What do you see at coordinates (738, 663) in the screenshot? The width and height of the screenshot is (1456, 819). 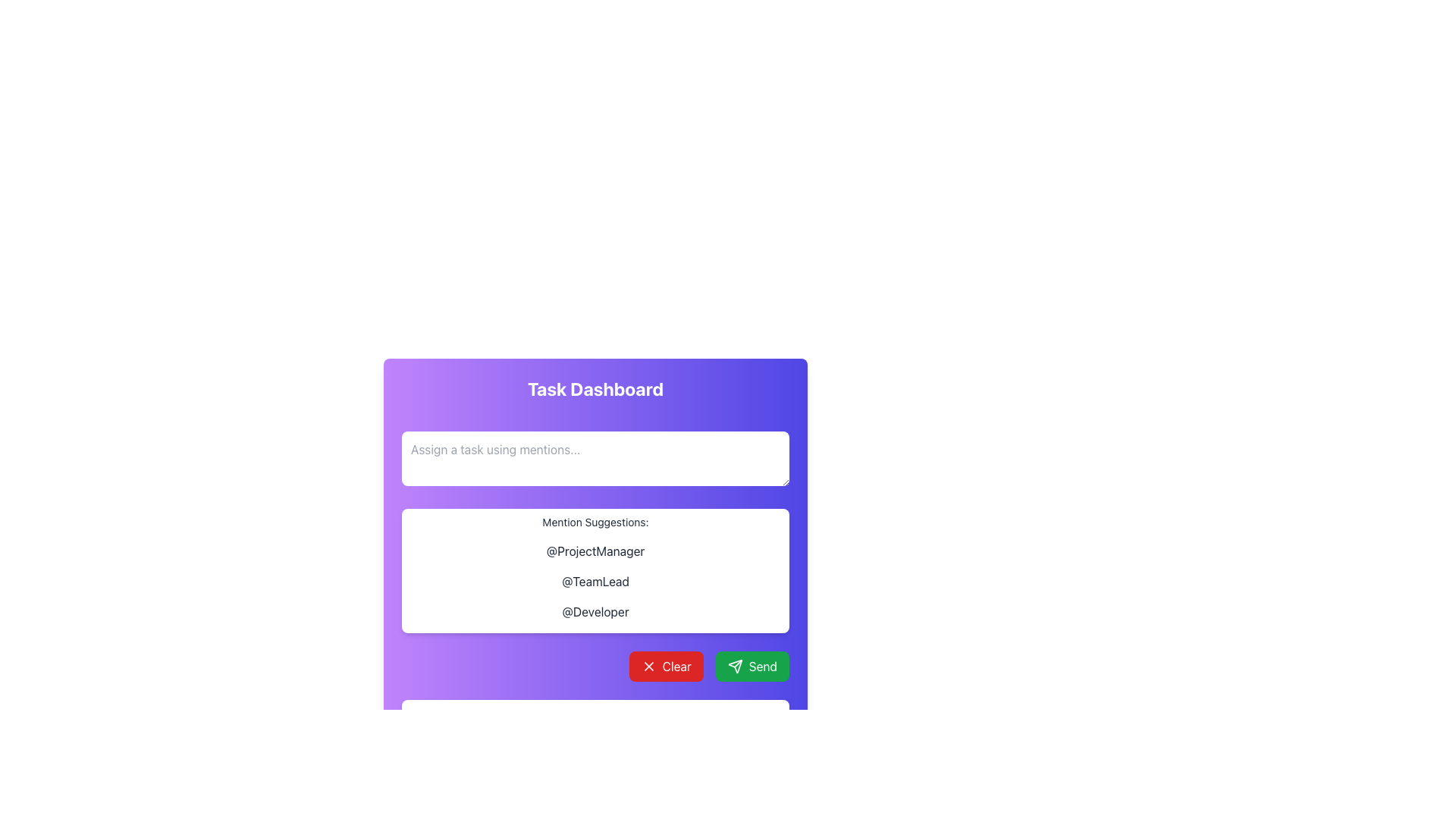 I see `the visual details of the shorter diagonal line in the SVG icon of the 'Send' button located at the bottom-right corner of the interface panel` at bounding box center [738, 663].